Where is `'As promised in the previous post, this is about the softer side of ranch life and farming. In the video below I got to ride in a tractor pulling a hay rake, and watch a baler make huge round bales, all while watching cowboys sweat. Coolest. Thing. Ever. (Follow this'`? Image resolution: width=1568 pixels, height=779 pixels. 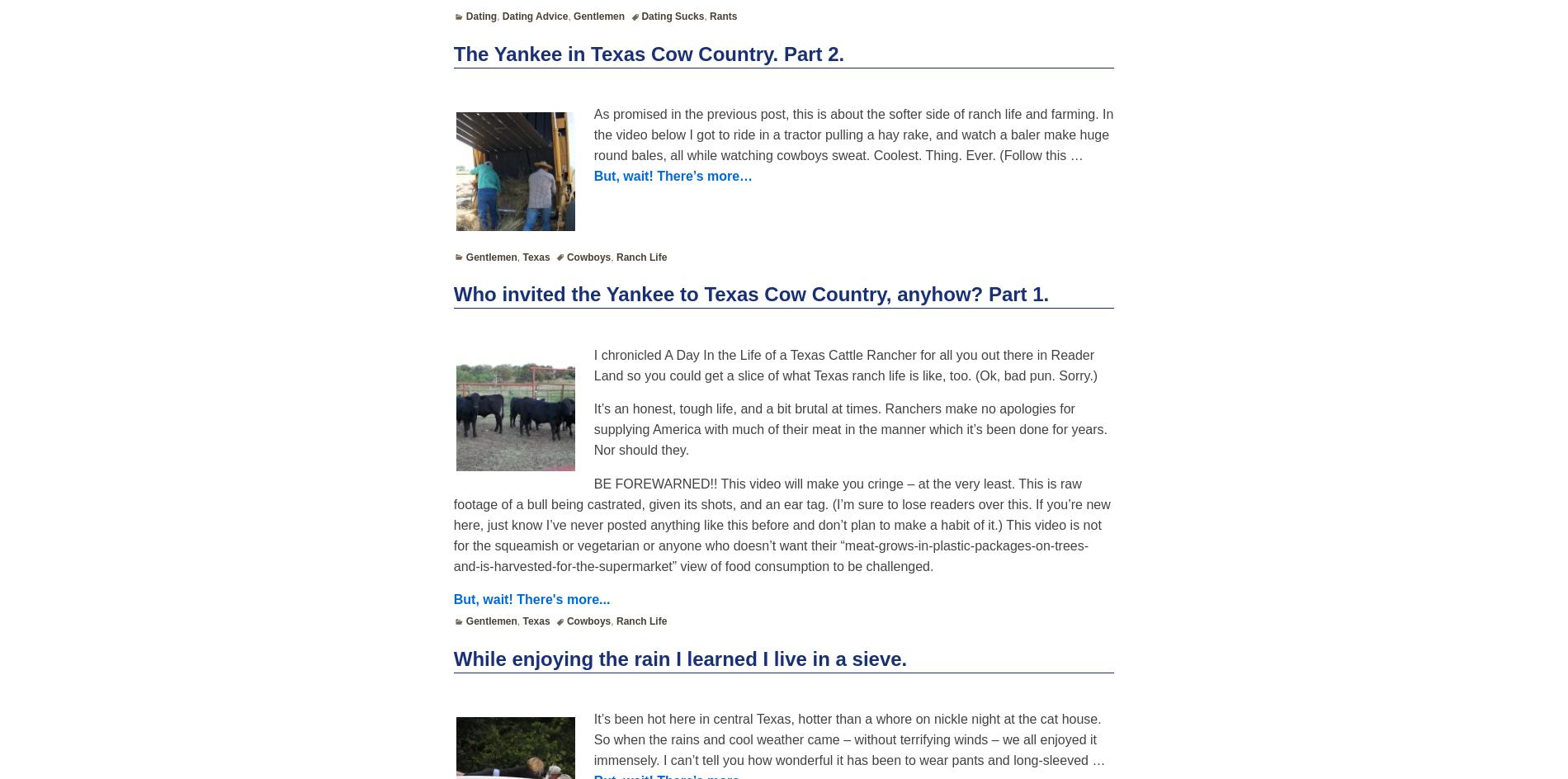 'As promised in the previous post, this is about the softer side of ranch life and farming. In the video below I got to ride in a tractor pulling a hay rake, and watch a baler make huge round bales, all while watching cowboys sweat. Coolest. Thing. Ever. (Follow this' is located at coordinates (852, 135).